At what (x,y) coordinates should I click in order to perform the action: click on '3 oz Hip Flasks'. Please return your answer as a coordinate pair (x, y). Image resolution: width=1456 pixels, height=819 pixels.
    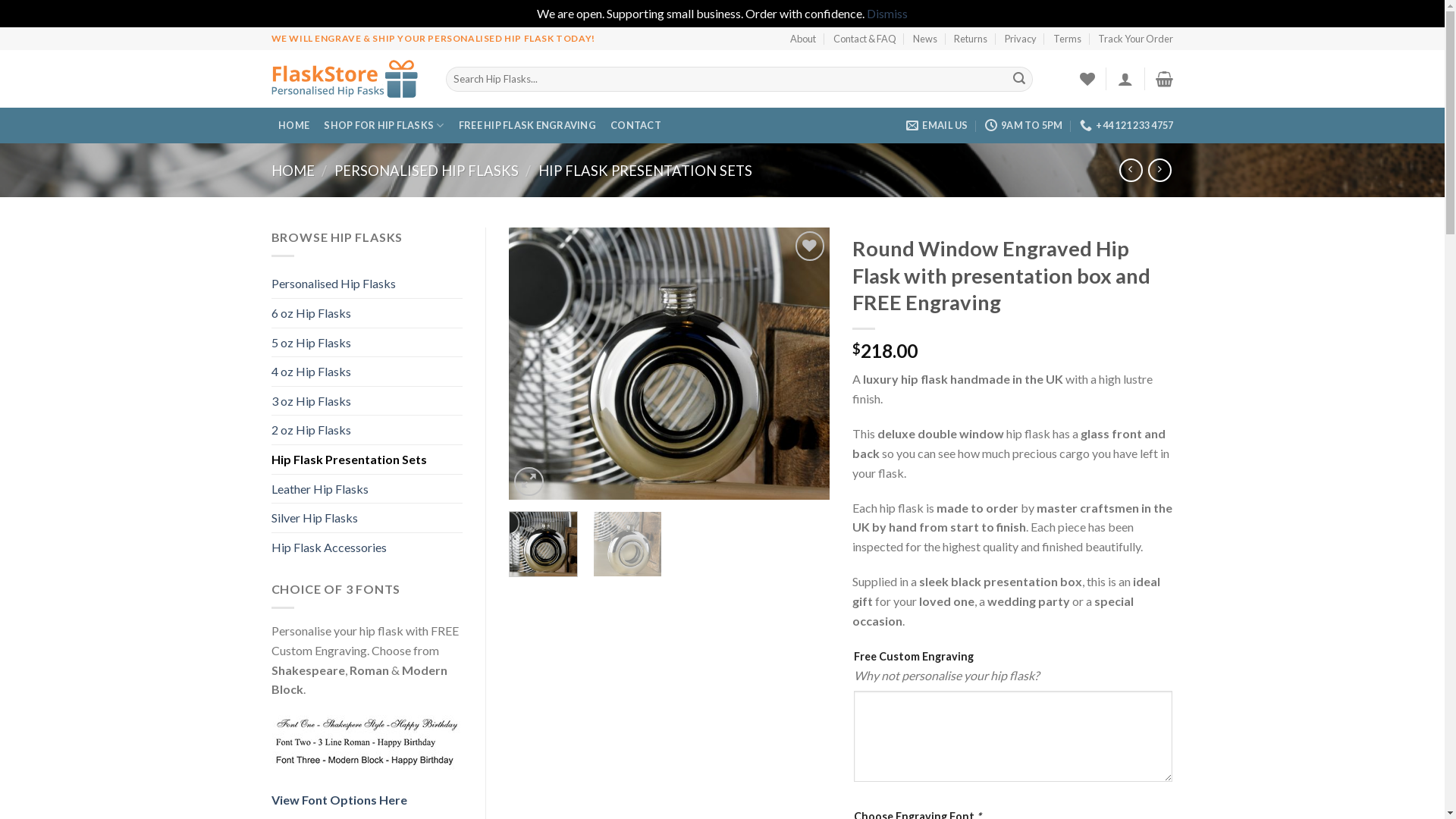
    Looking at the image, I should click on (367, 400).